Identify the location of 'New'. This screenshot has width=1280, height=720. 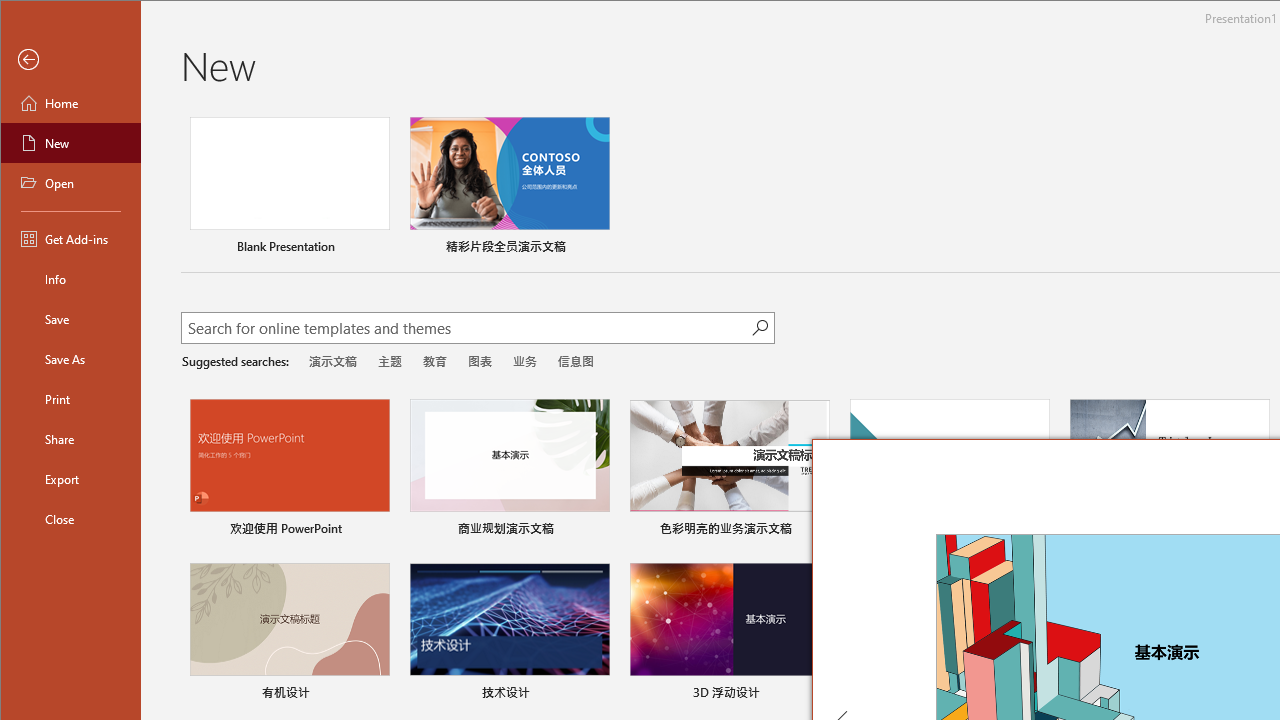
(71, 141).